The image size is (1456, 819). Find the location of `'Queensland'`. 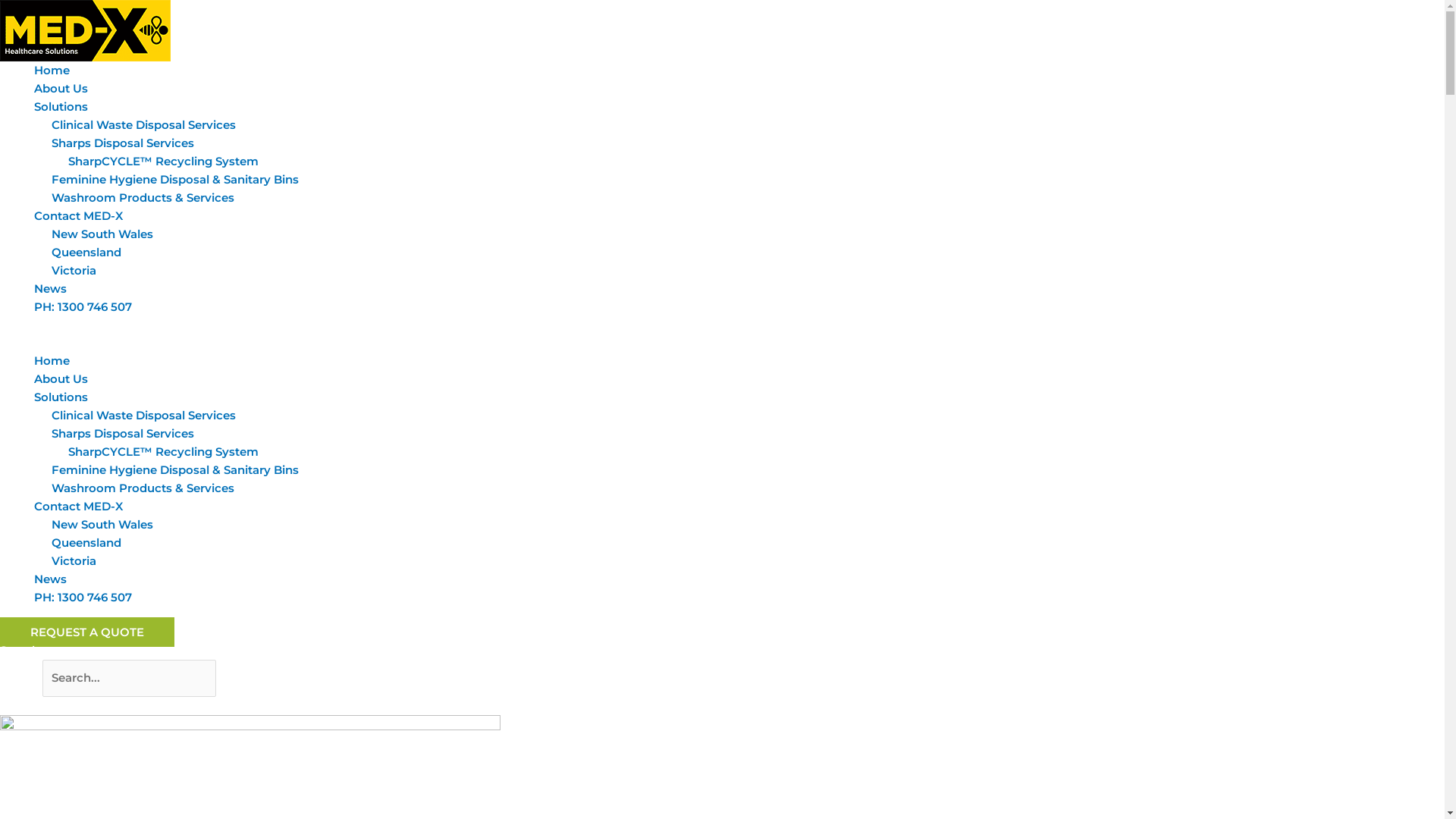

'Queensland' is located at coordinates (51, 541).